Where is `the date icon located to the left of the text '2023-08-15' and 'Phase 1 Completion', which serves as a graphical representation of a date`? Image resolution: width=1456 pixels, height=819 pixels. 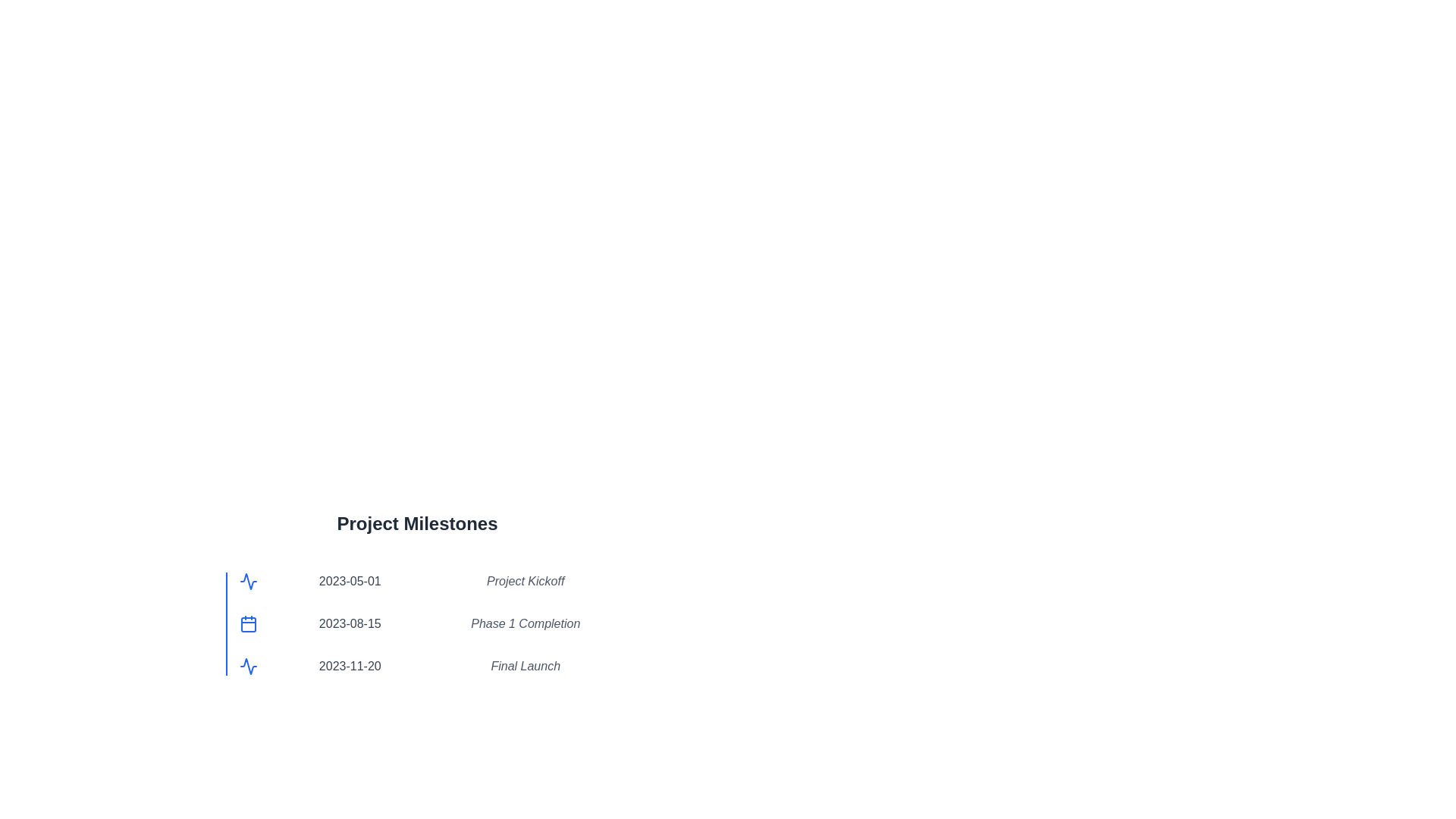
the date icon located to the left of the text '2023-08-15' and 'Phase 1 Completion', which serves as a graphical representation of a date is located at coordinates (248, 623).